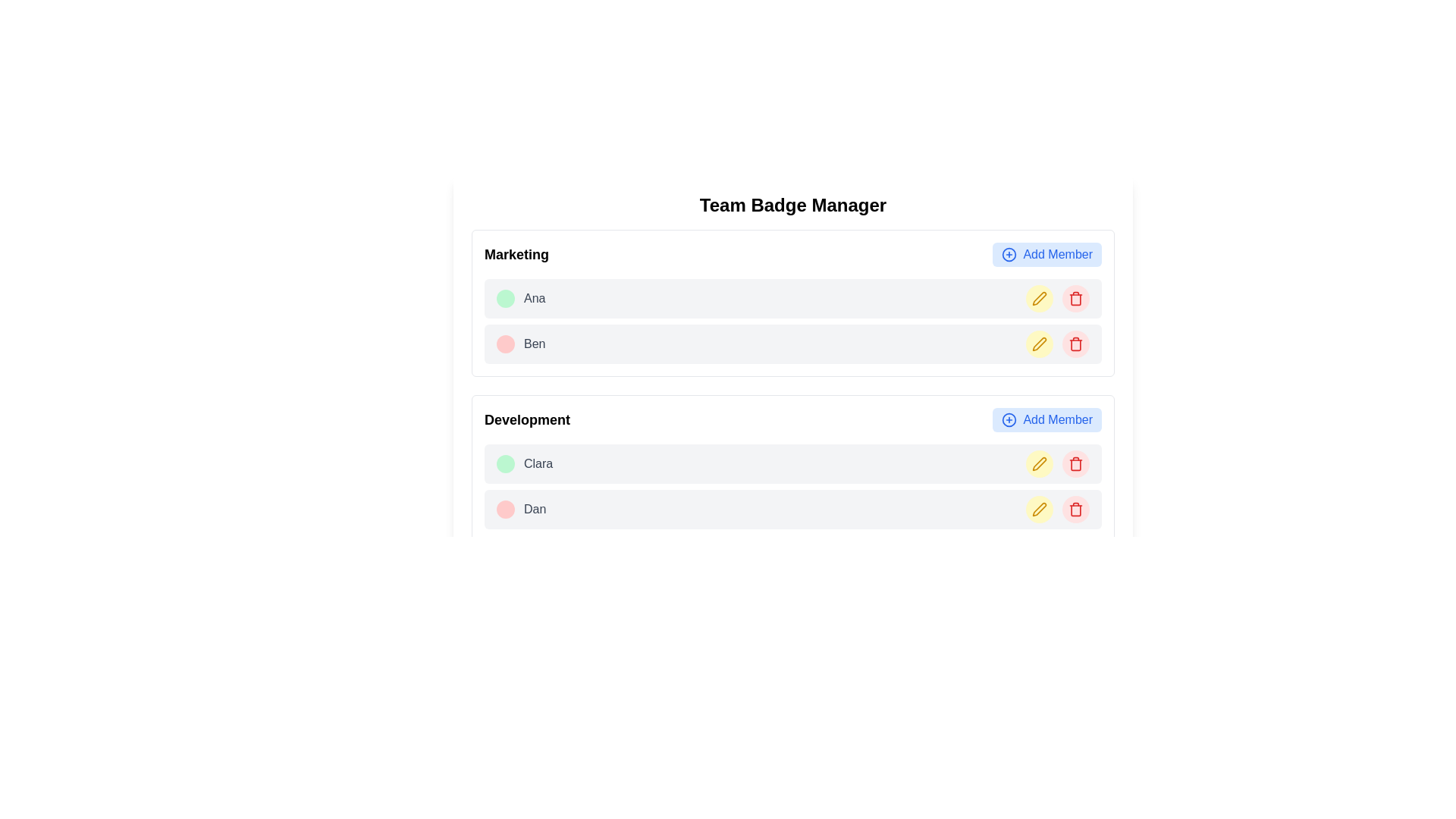  What do you see at coordinates (1009, 253) in the screenshot?
I see `the circular blue icon with a central plus sign located to the left of the 'Add Member' text in the upper-right corner of the 'Marketing' section` at bounding box center [1009, 253].